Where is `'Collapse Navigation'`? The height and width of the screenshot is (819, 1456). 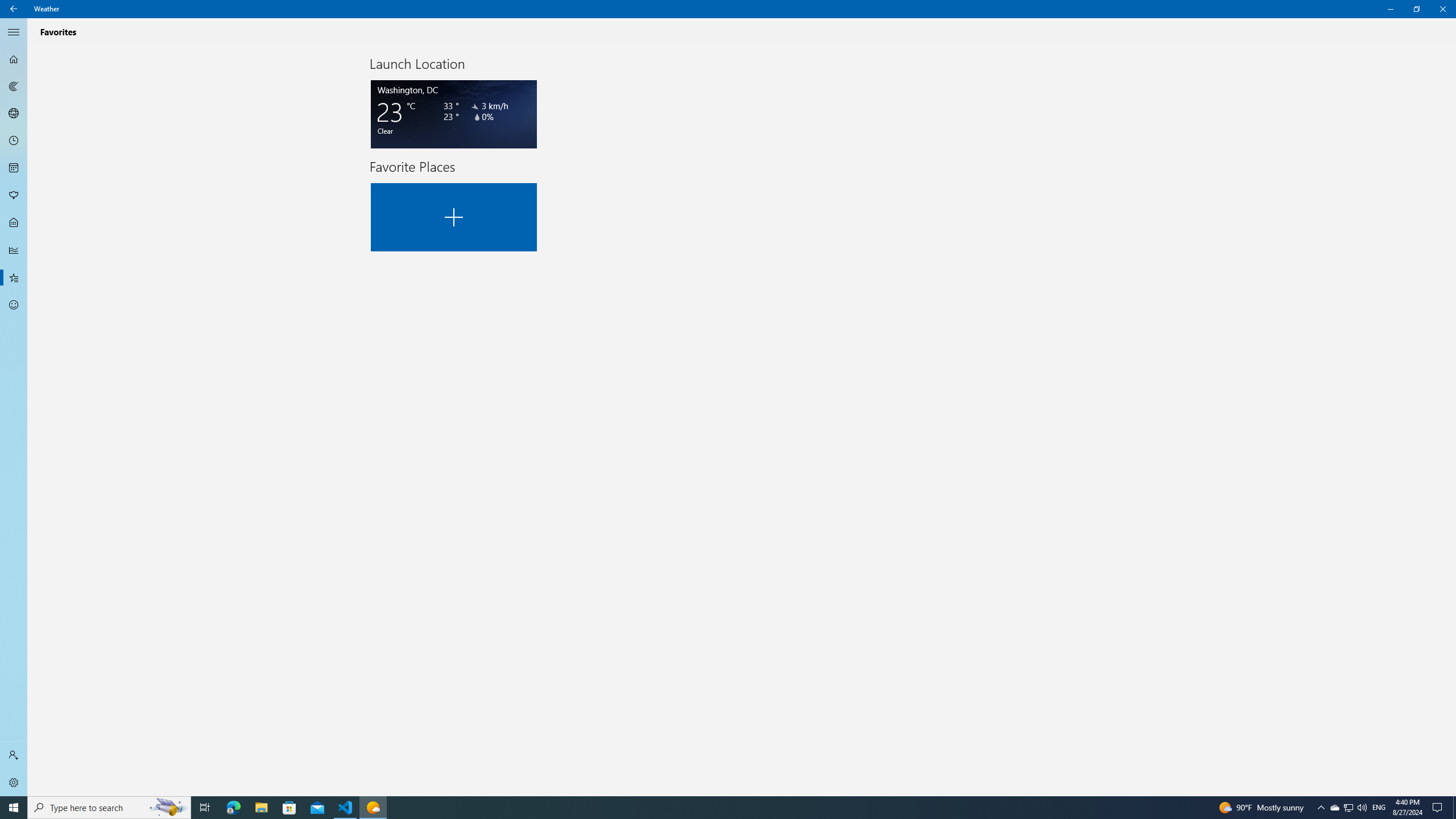
'Collapse Navigation' is located at coordinates (14, 31).